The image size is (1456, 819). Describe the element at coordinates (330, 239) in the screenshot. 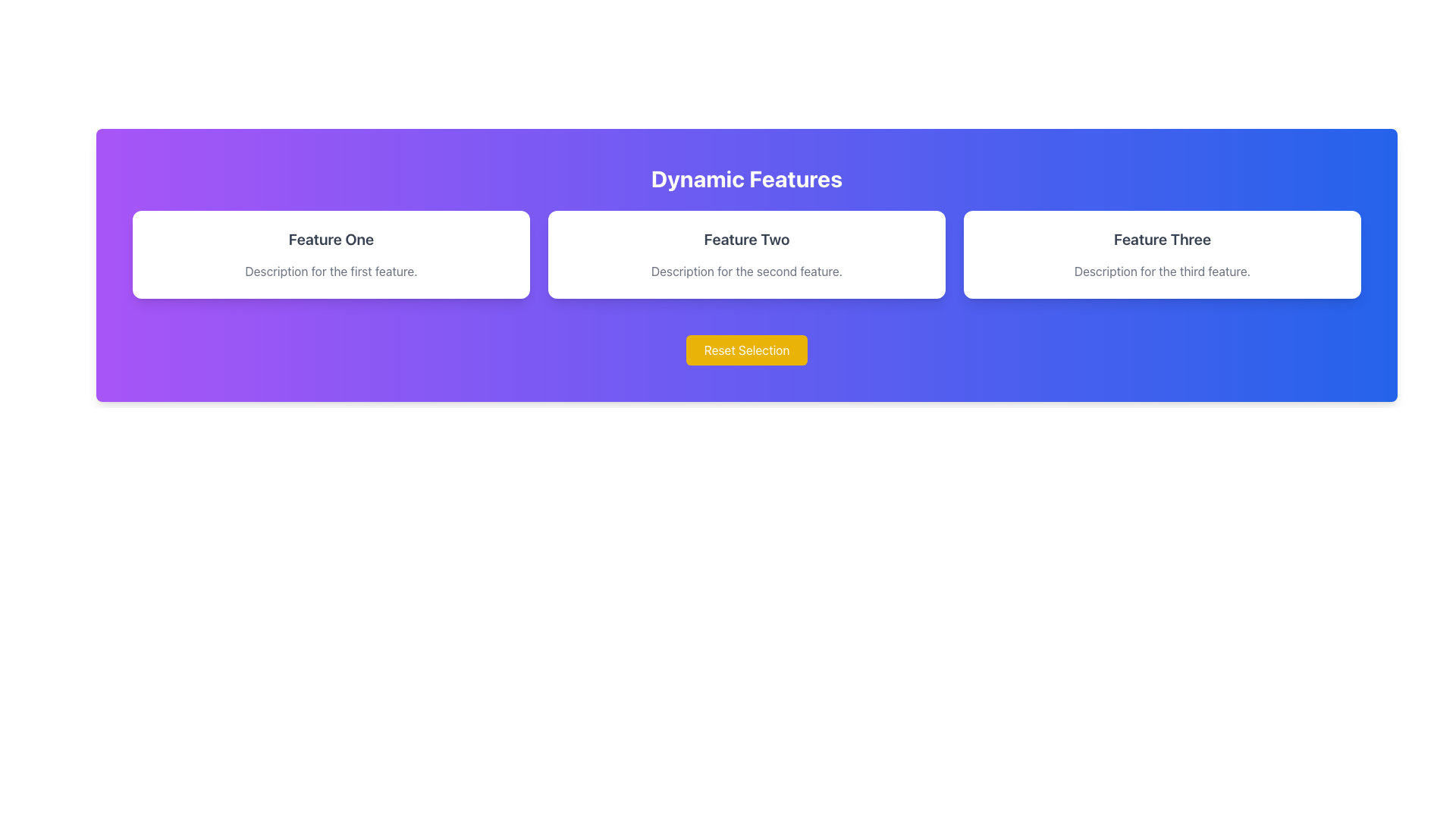

I see `text content of the 'Feature One' header, which is displayed in bold and dark gray at the top-left corner of the first card` at that location.